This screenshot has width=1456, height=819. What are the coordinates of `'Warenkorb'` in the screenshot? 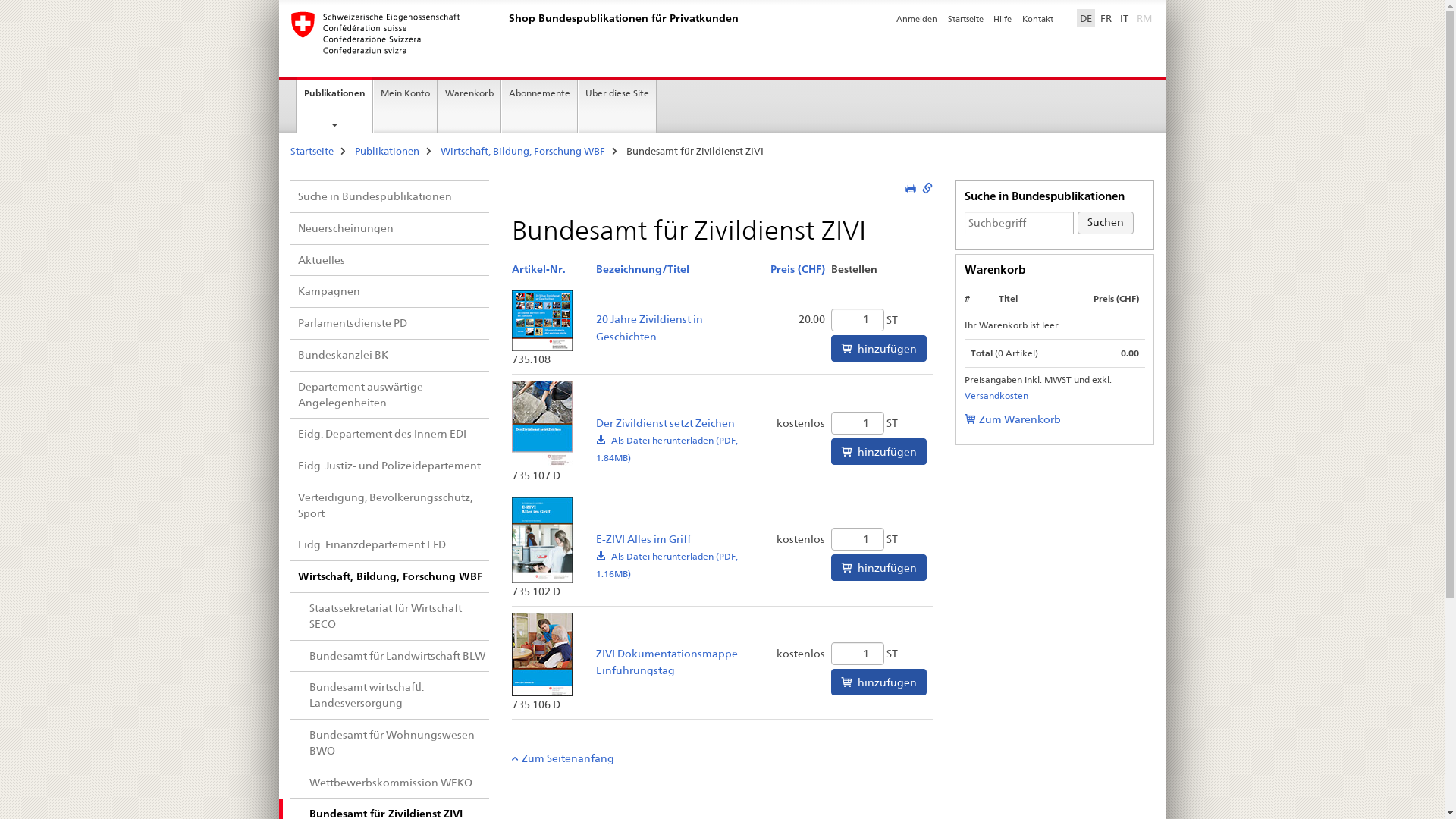 It's located at (437, 106).